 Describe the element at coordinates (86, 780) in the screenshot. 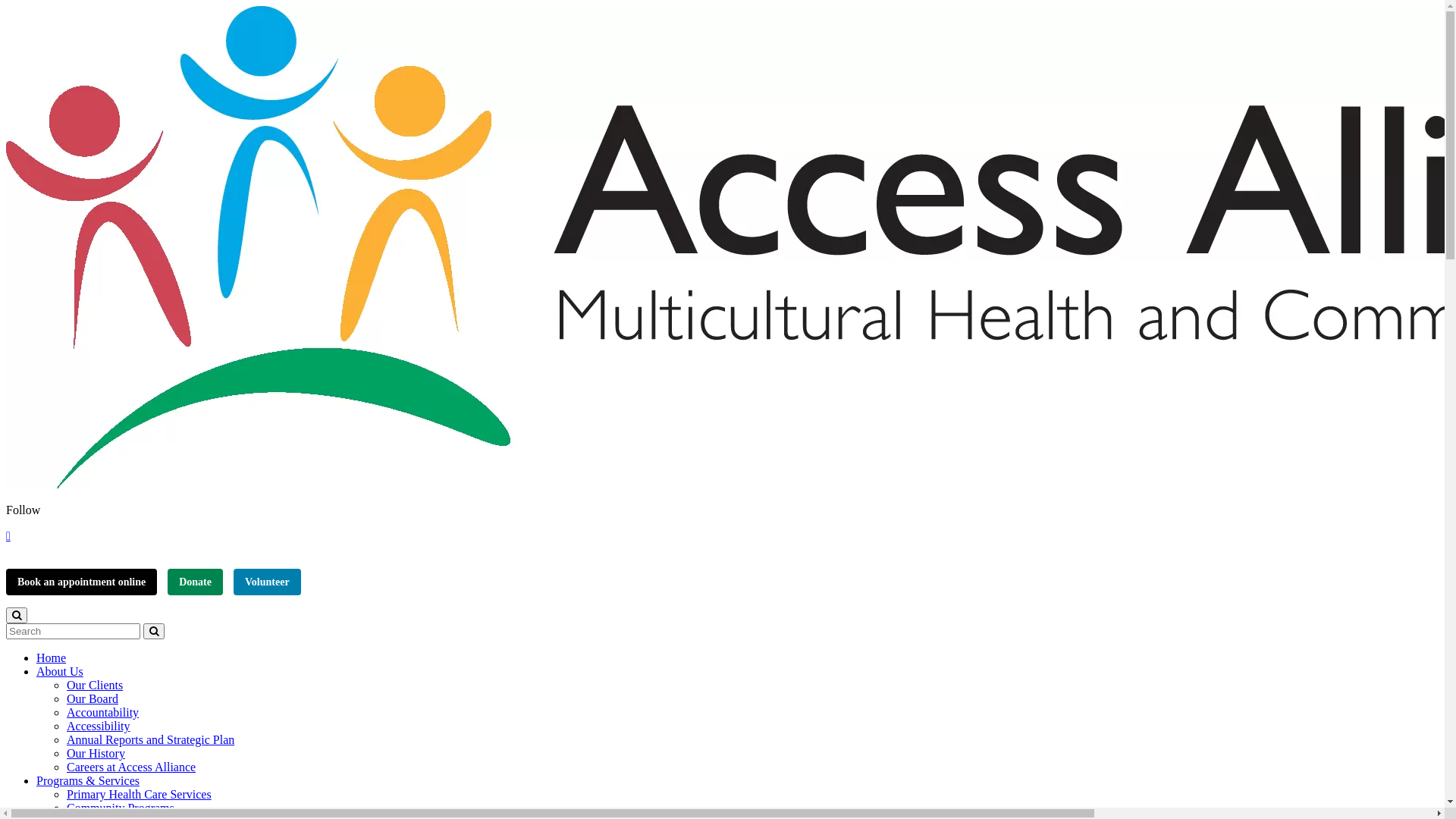

I see `'Programs & Services'` at that location.